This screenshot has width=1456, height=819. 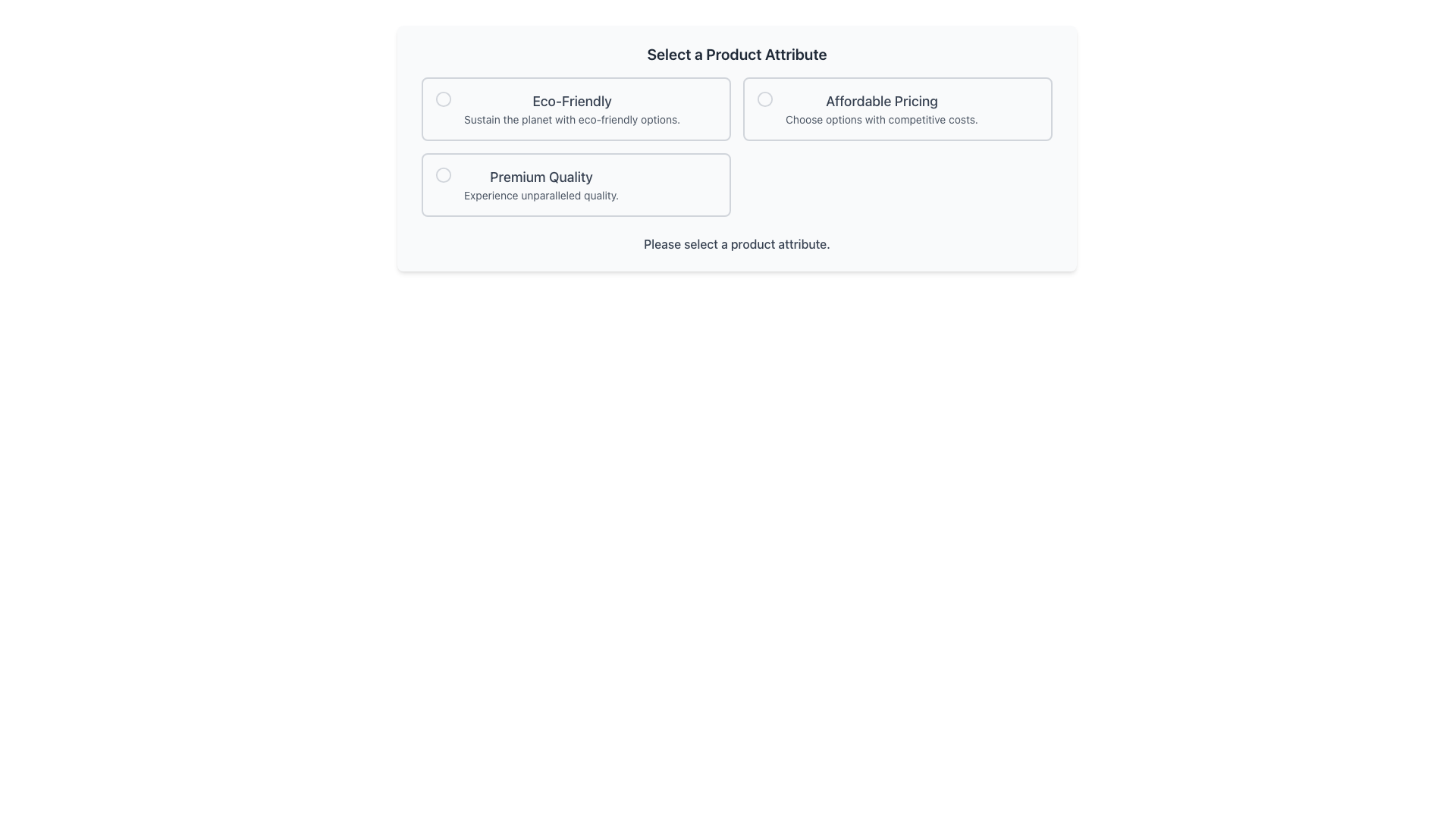 What do you see at coordinates (881, 119) in the screenshot?
I see `the text paragraph styled in smaller gray font that reads 'Choose options with competitive costs.' located beneath the 'Affordable Pricing' heading` at bounding box center [881, 119].